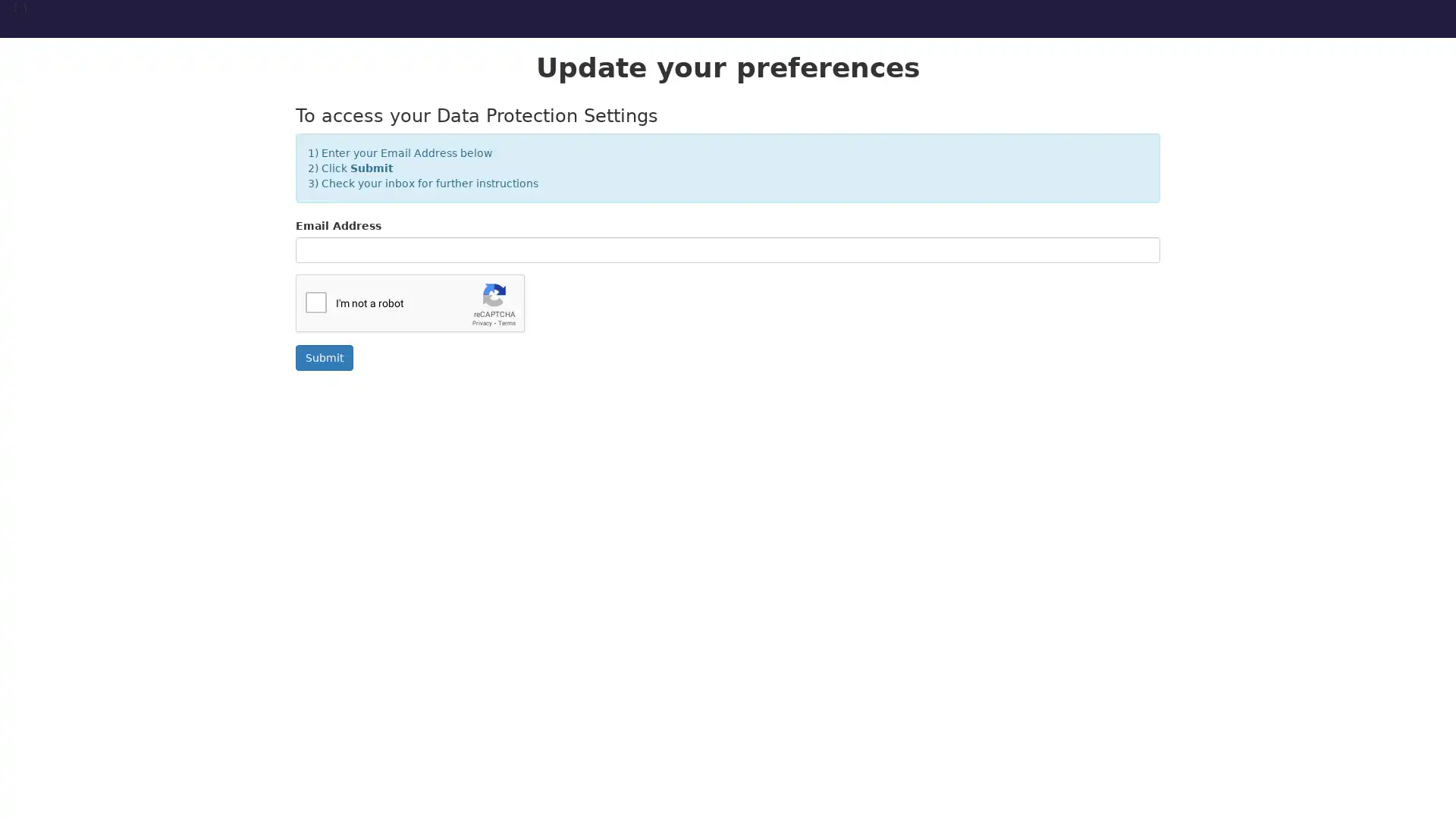  Describe the element at coordinates (323, 356) in the screenshot. I see `Submit` at that location.